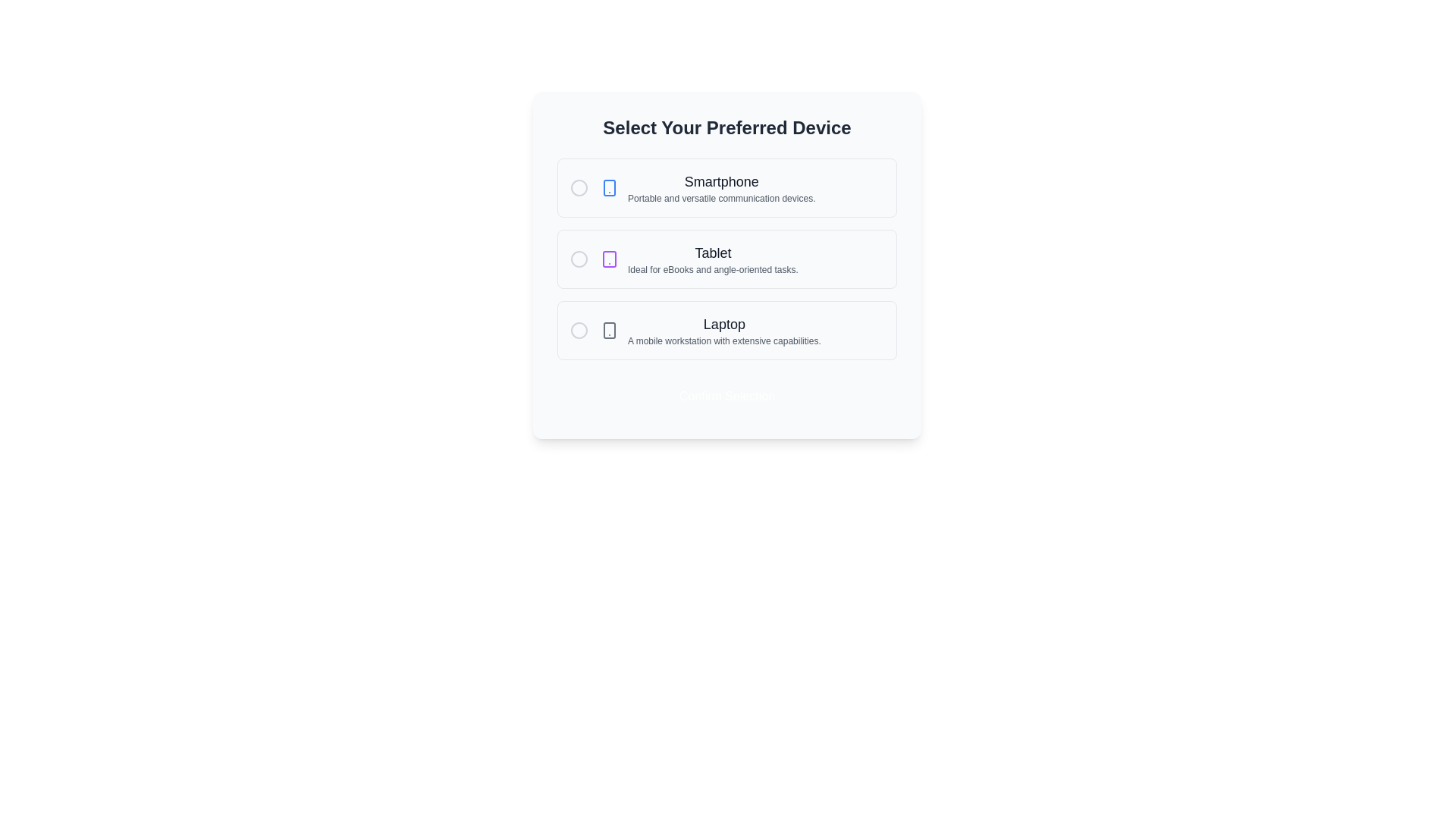 This screenshot has width=1456, height=819. What do you see at coordinates (726, 265) in the screenshot?
I see `the 'Tablet' option in the OptionCardList` at bounding box center [726, 265].